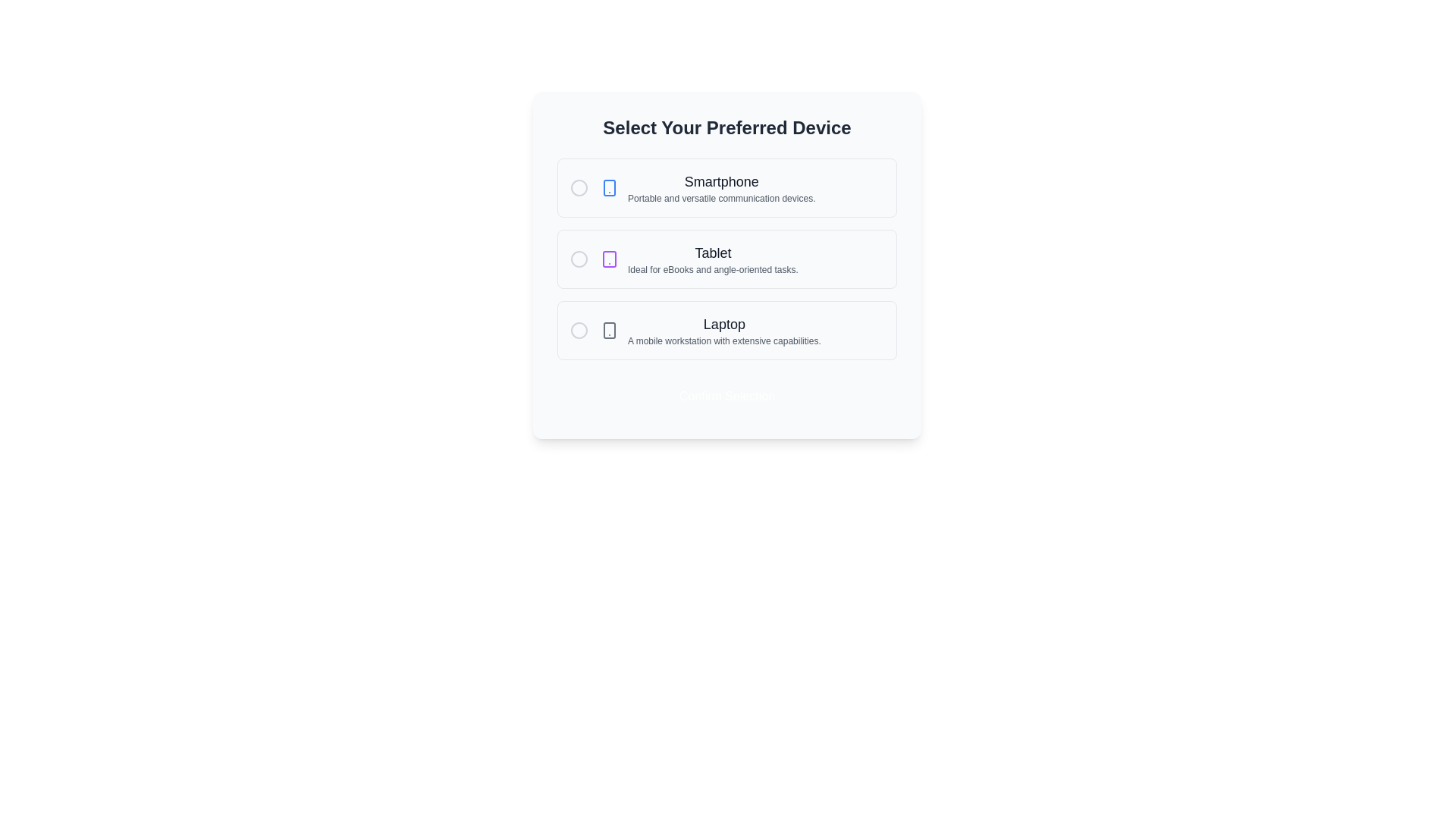 This screenshot has width=1456, height=819. What do you see at coordinates (726, 265) in the screenshot?
I see `the 'Tablet' option in the OptionCardList` at bounding box center [726, 265].